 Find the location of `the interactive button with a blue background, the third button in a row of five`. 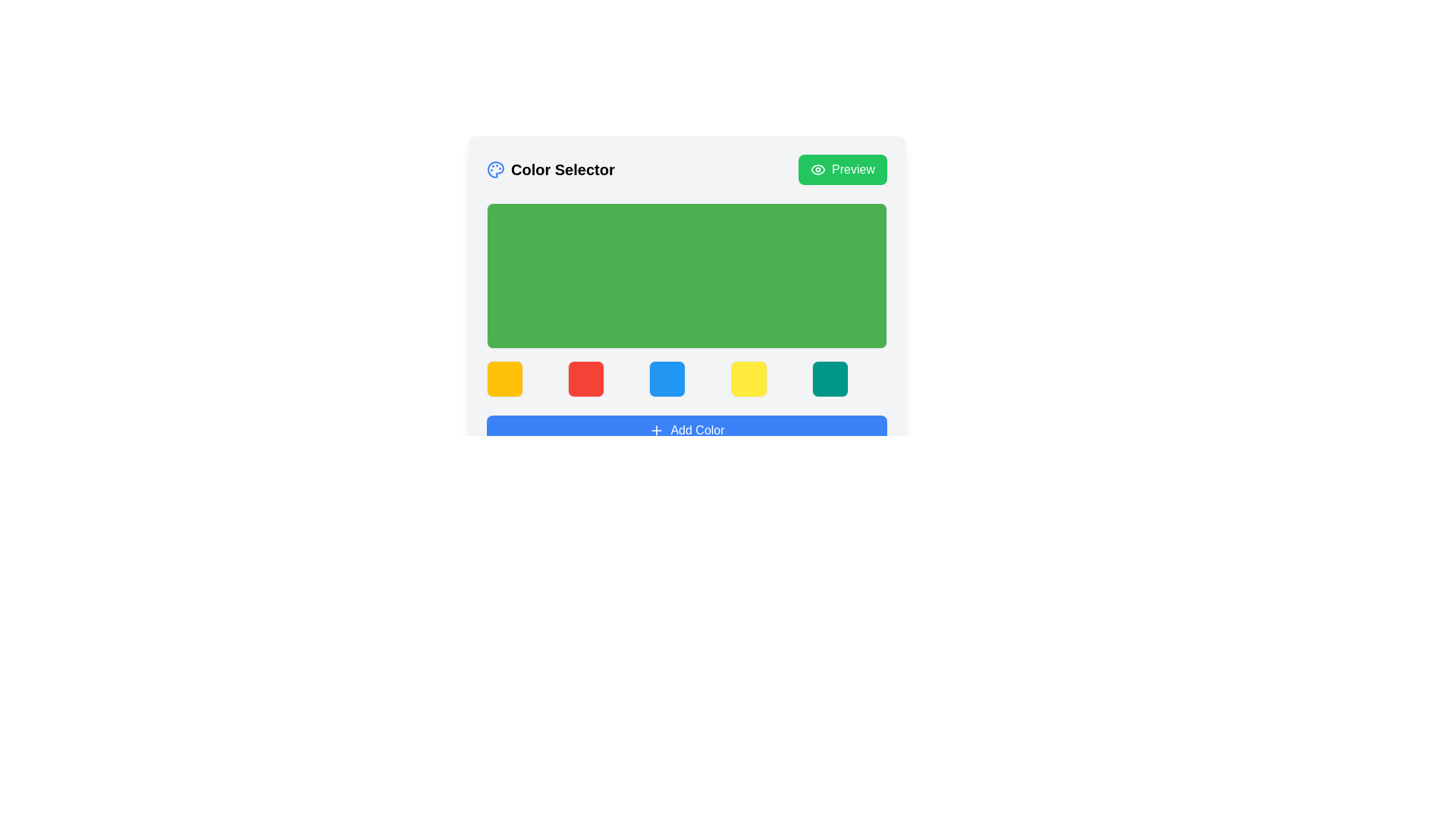

the interactive button with a blue background, the third button in a row of five is located at coordinates (686, 378).